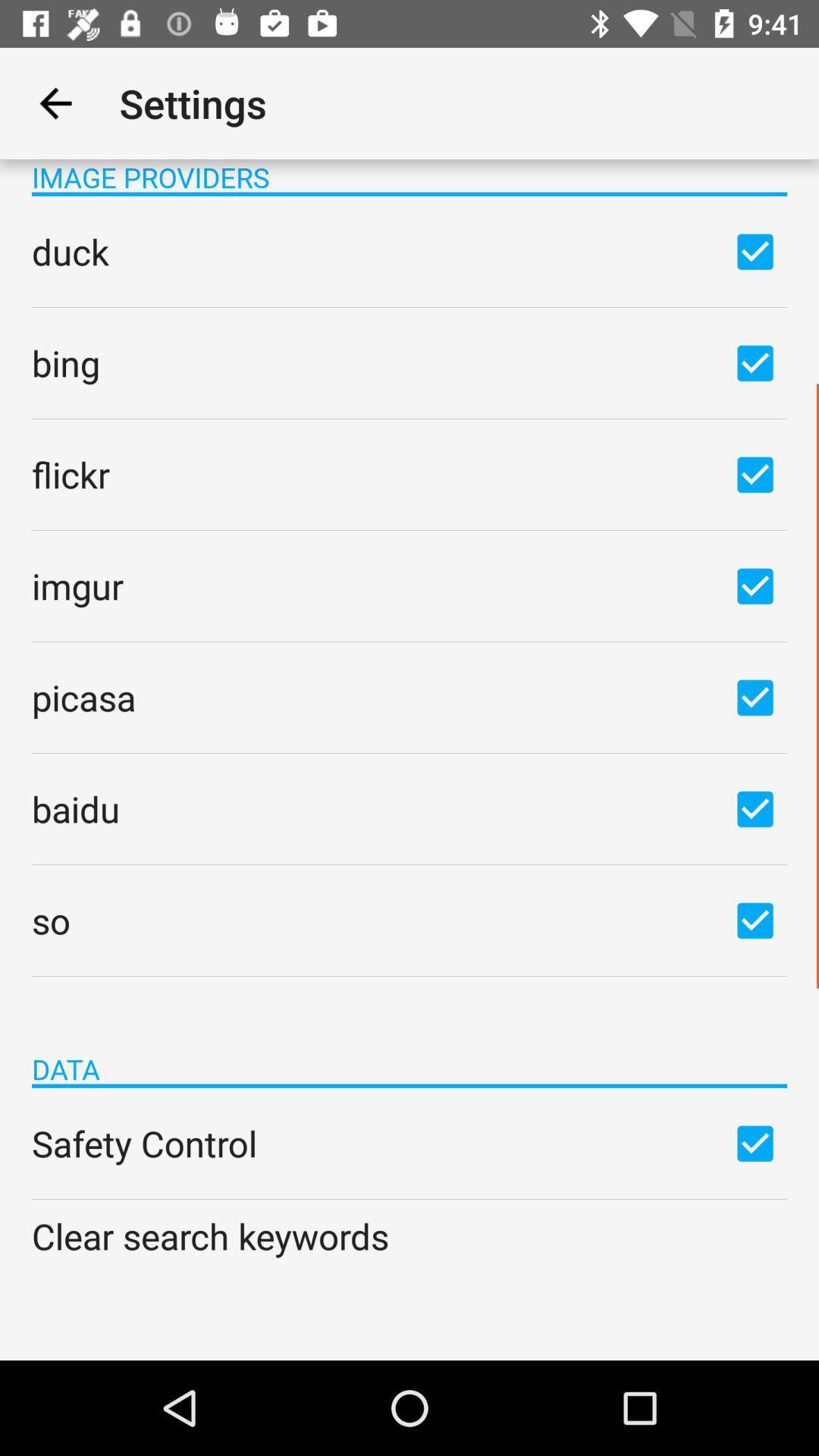 The image size is (819, 1456). Describe the element at coordinates (755, 473) in the screenshot. I see `flickr` at that location.